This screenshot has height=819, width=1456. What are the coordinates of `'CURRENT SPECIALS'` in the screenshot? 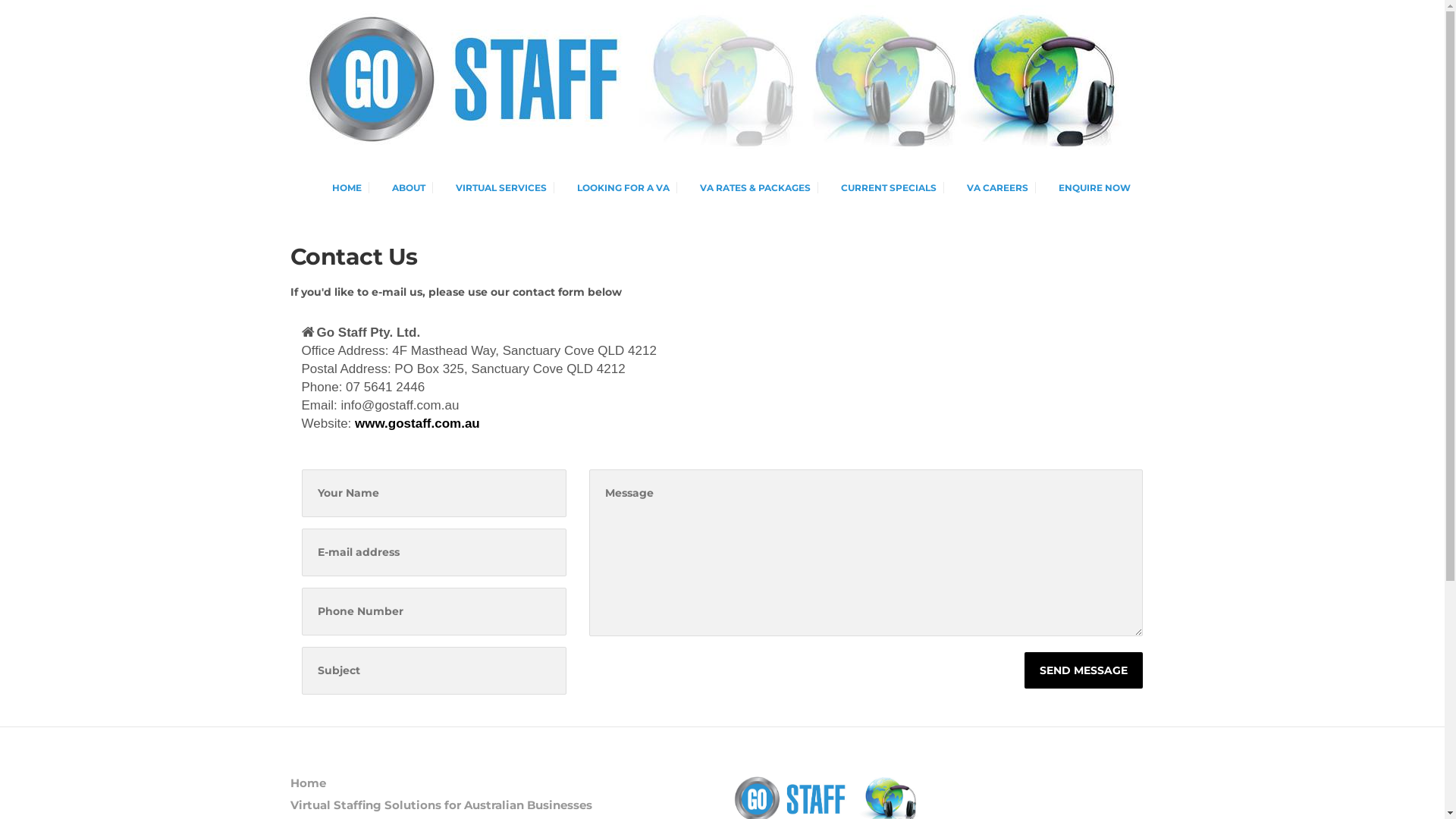 It's located at (880, 187).